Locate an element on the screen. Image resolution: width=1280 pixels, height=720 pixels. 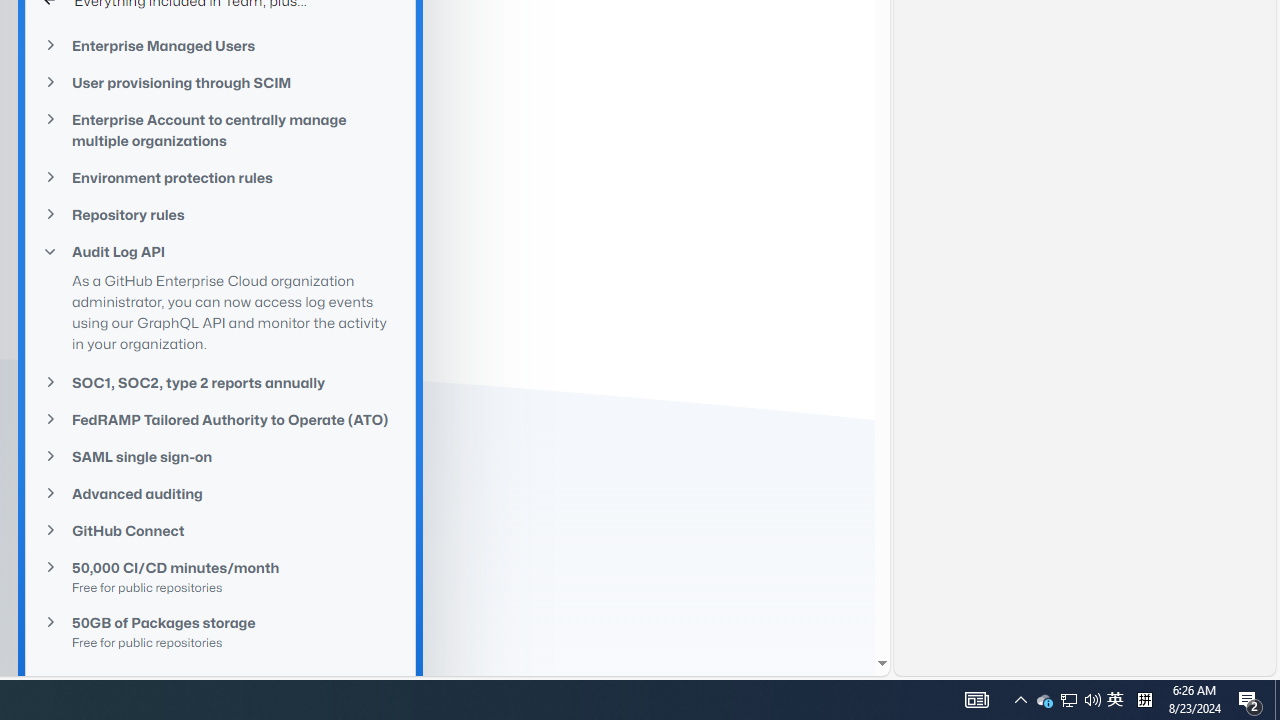
'GitHub Connect' is located at coordinates (220, 529).